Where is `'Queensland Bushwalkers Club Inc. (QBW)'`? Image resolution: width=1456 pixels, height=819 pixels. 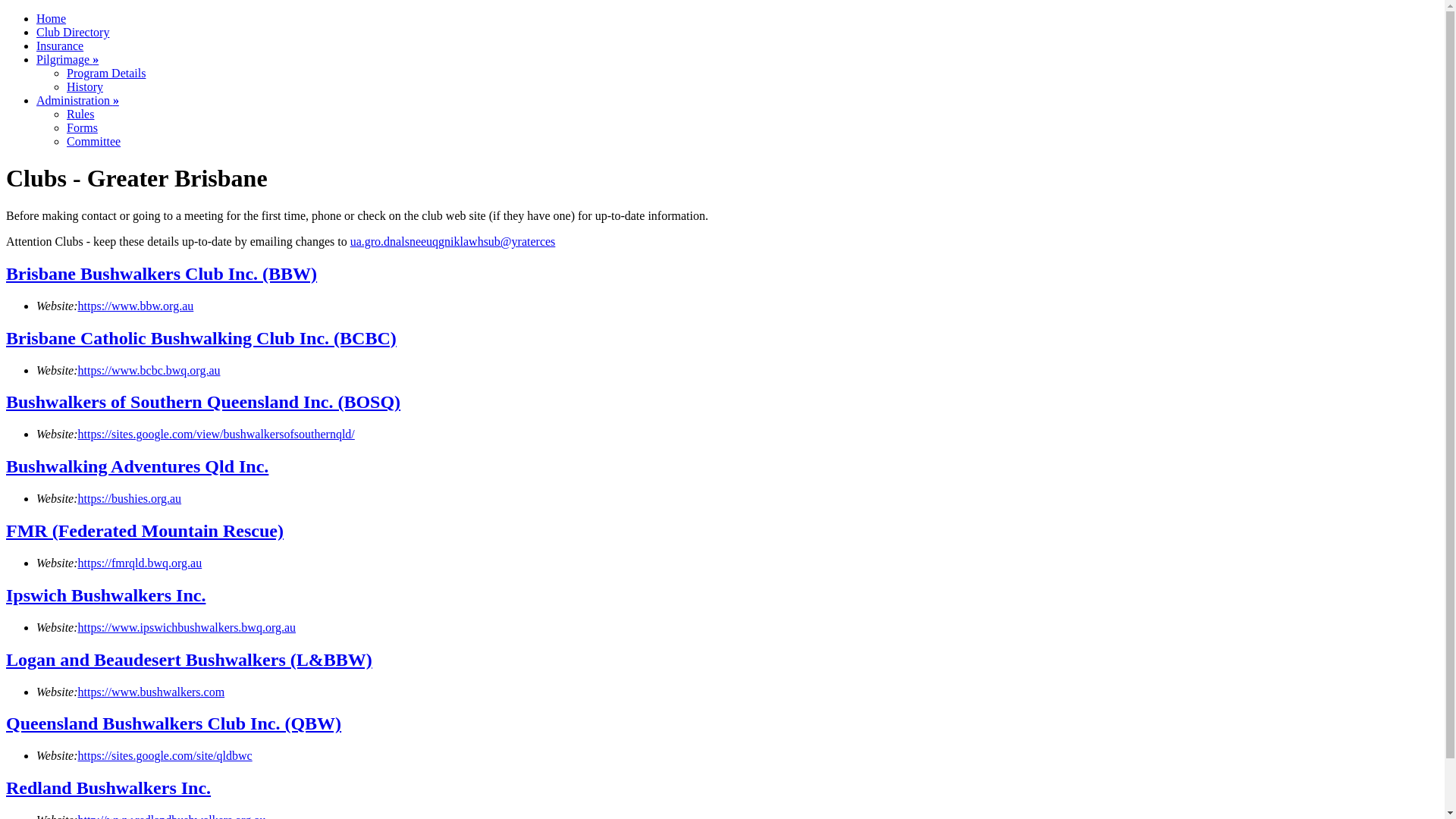 'Queensland Bushwalkers Club Inc. (QBW)' is located at coordinates (174, 722).